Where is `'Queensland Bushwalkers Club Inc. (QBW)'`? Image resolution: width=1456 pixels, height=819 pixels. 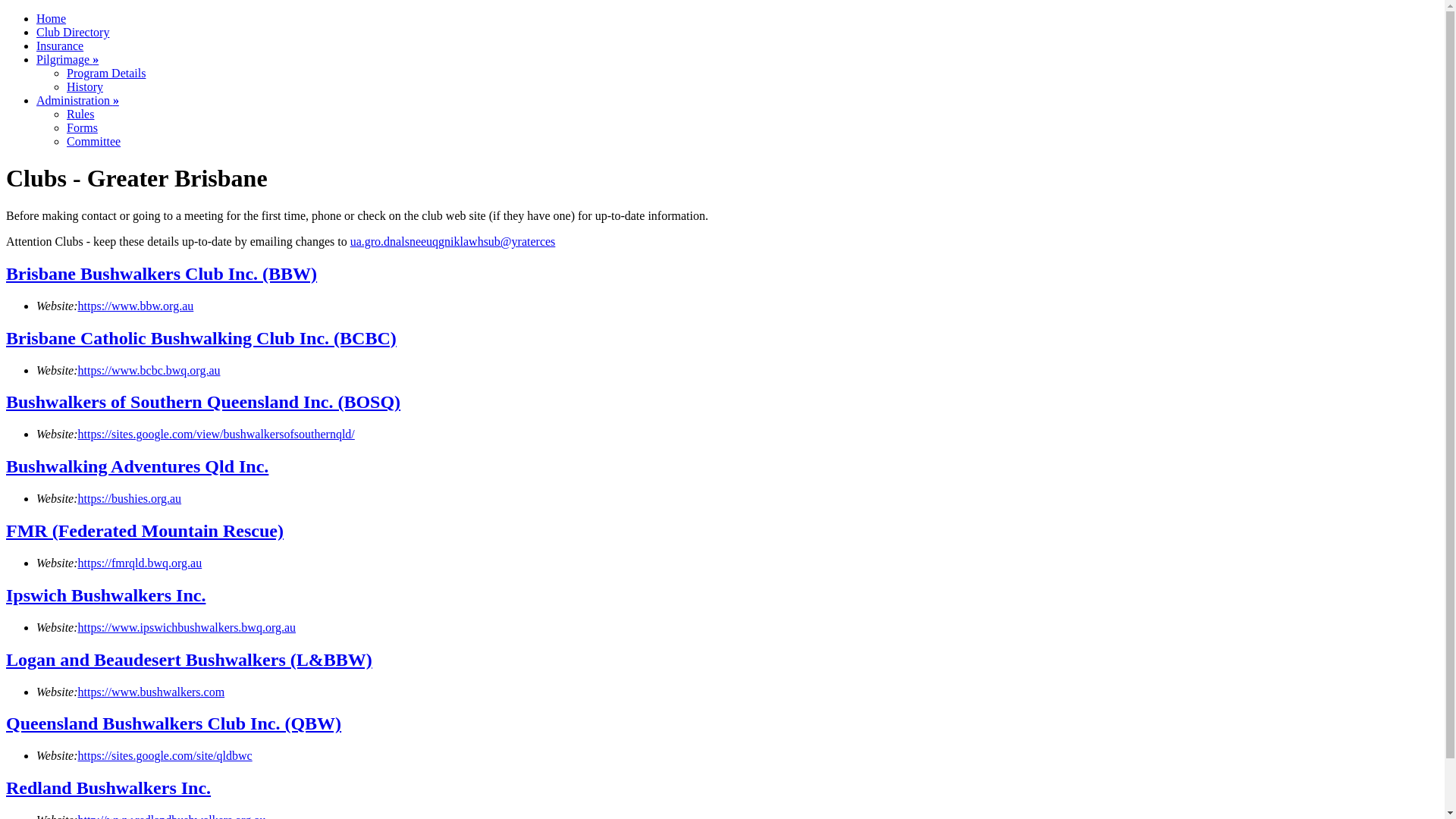 'Queensland Bushwalkers Club Inc. (QBW)' is located at coordinates (174, 722).